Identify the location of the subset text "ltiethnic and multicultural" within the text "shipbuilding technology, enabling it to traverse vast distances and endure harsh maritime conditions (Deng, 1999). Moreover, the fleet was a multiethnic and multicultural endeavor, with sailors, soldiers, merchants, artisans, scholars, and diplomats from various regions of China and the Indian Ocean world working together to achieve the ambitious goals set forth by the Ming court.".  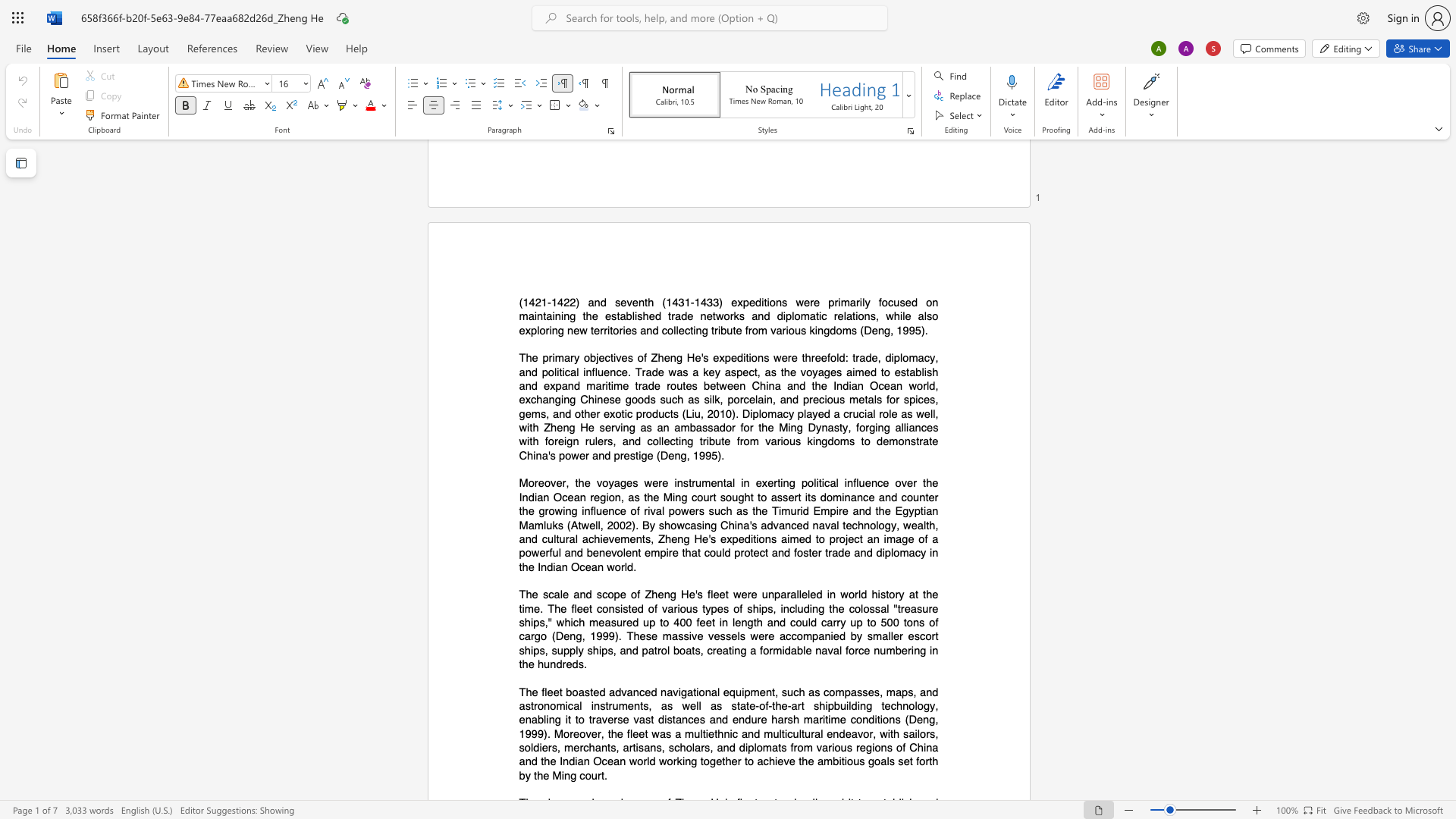
(699, 733).